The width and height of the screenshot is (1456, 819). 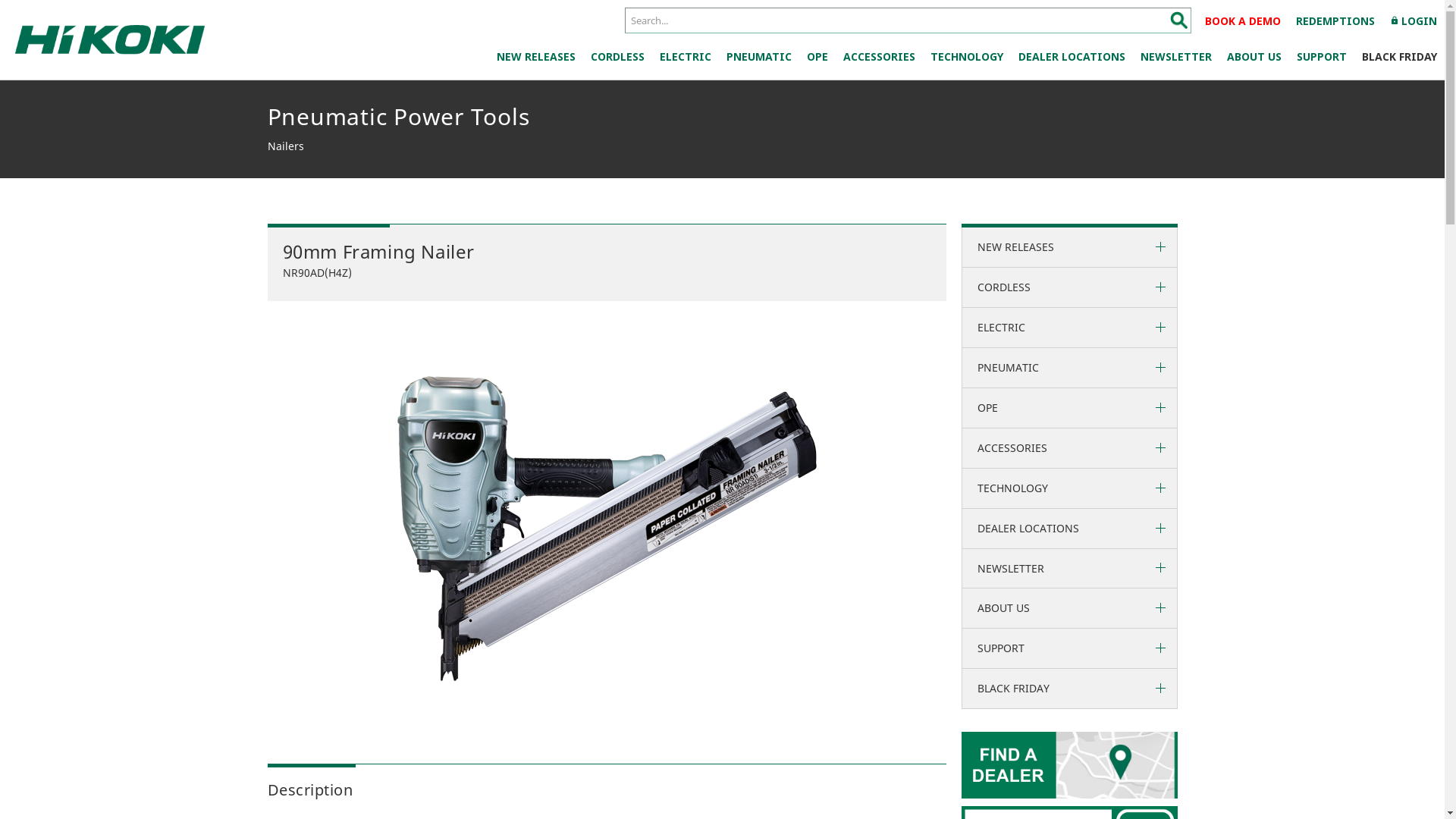 I want to click on 'BLACK FRIDAY', so click(x=1354, y=55).